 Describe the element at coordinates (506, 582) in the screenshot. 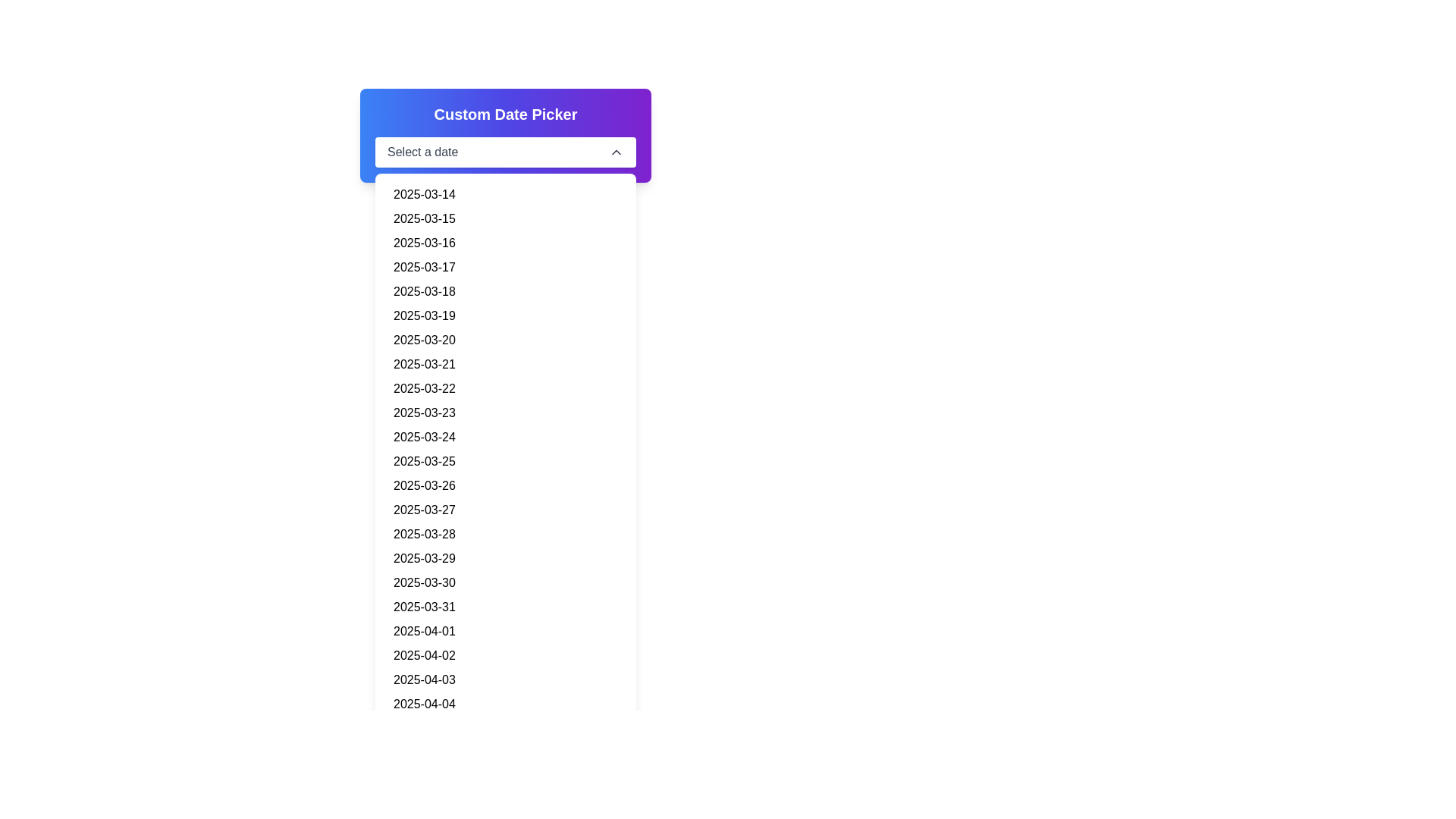

I see `the list item displaying the date '2025-03-30'` at that location.